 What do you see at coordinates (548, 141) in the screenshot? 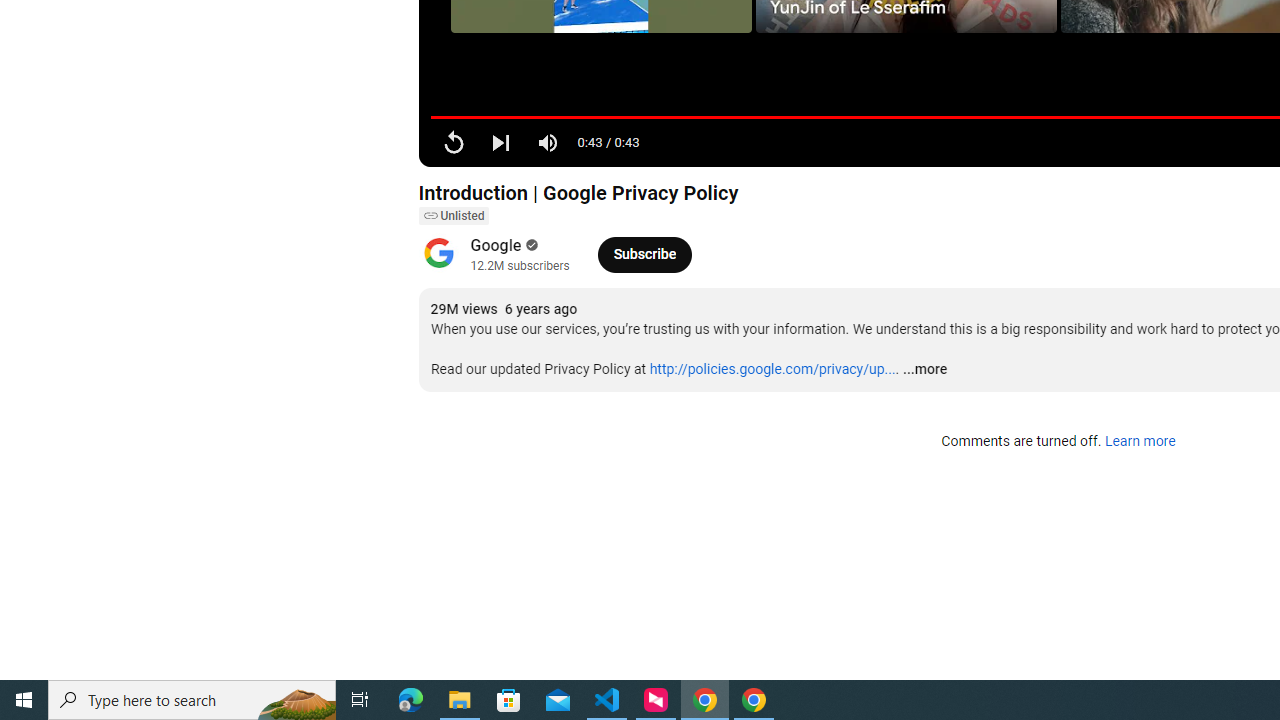
I see `'Mute (m)'` at bounding box center [548, 141].